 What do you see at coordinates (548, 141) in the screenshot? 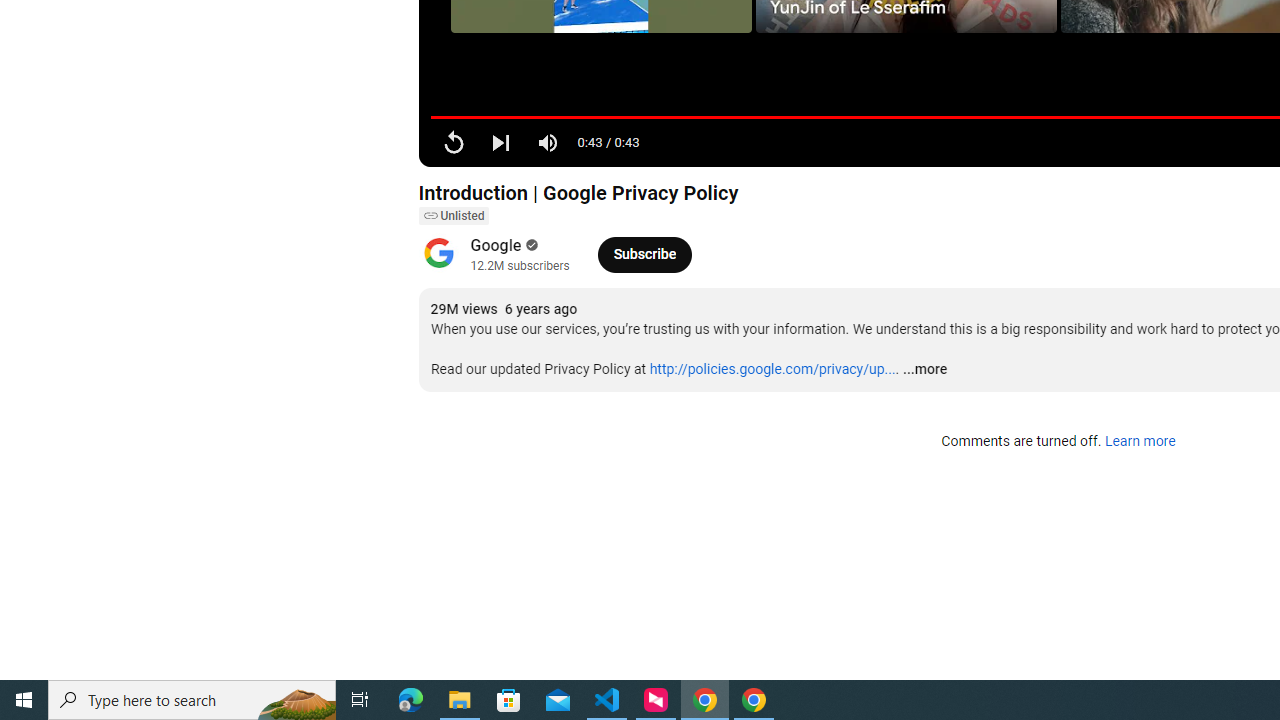
I see `'Mute (m)'` at bounding box center [548, 141].